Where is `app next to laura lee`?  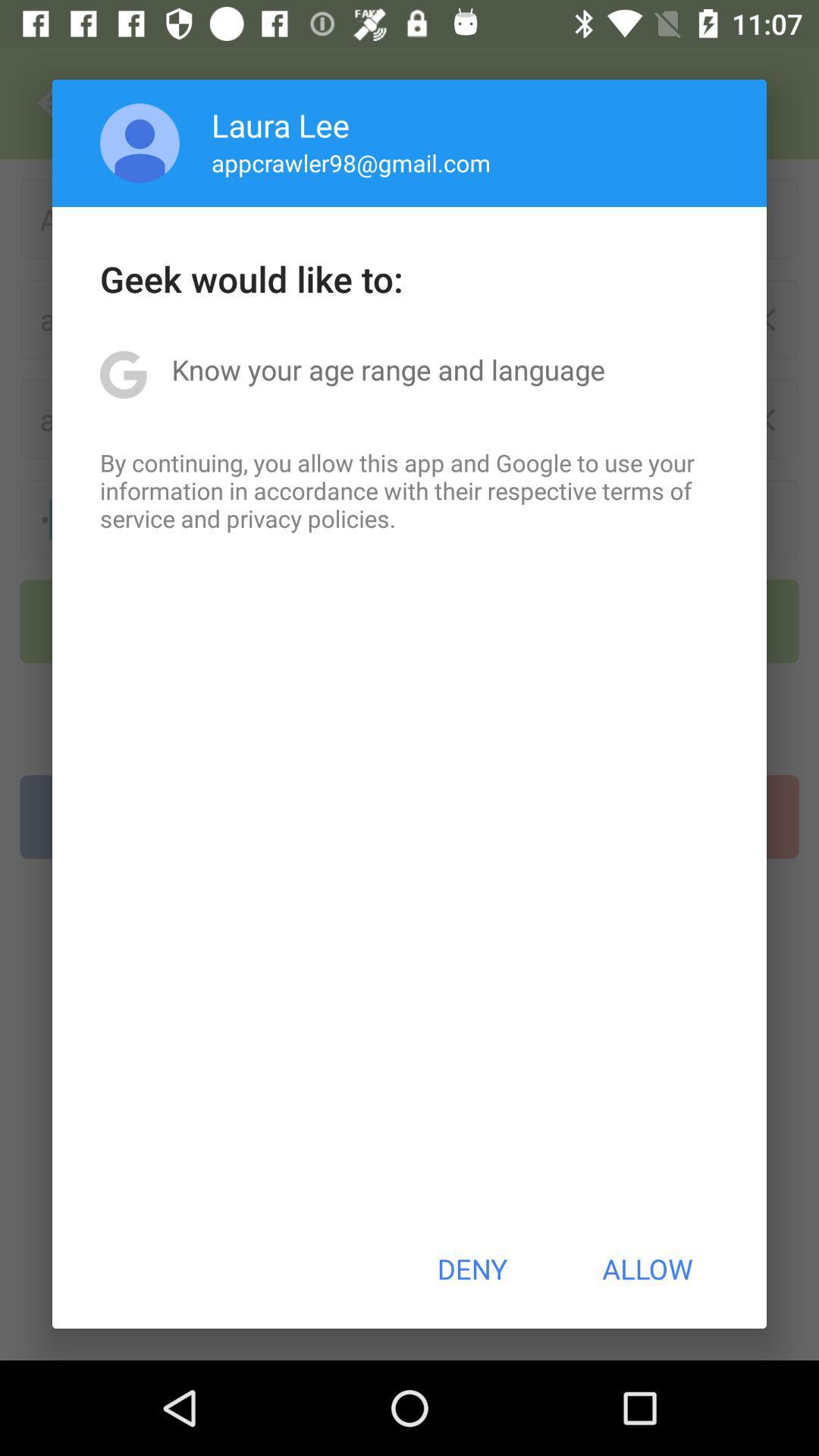 app next to laura lee is located at coordinates (140, 143).